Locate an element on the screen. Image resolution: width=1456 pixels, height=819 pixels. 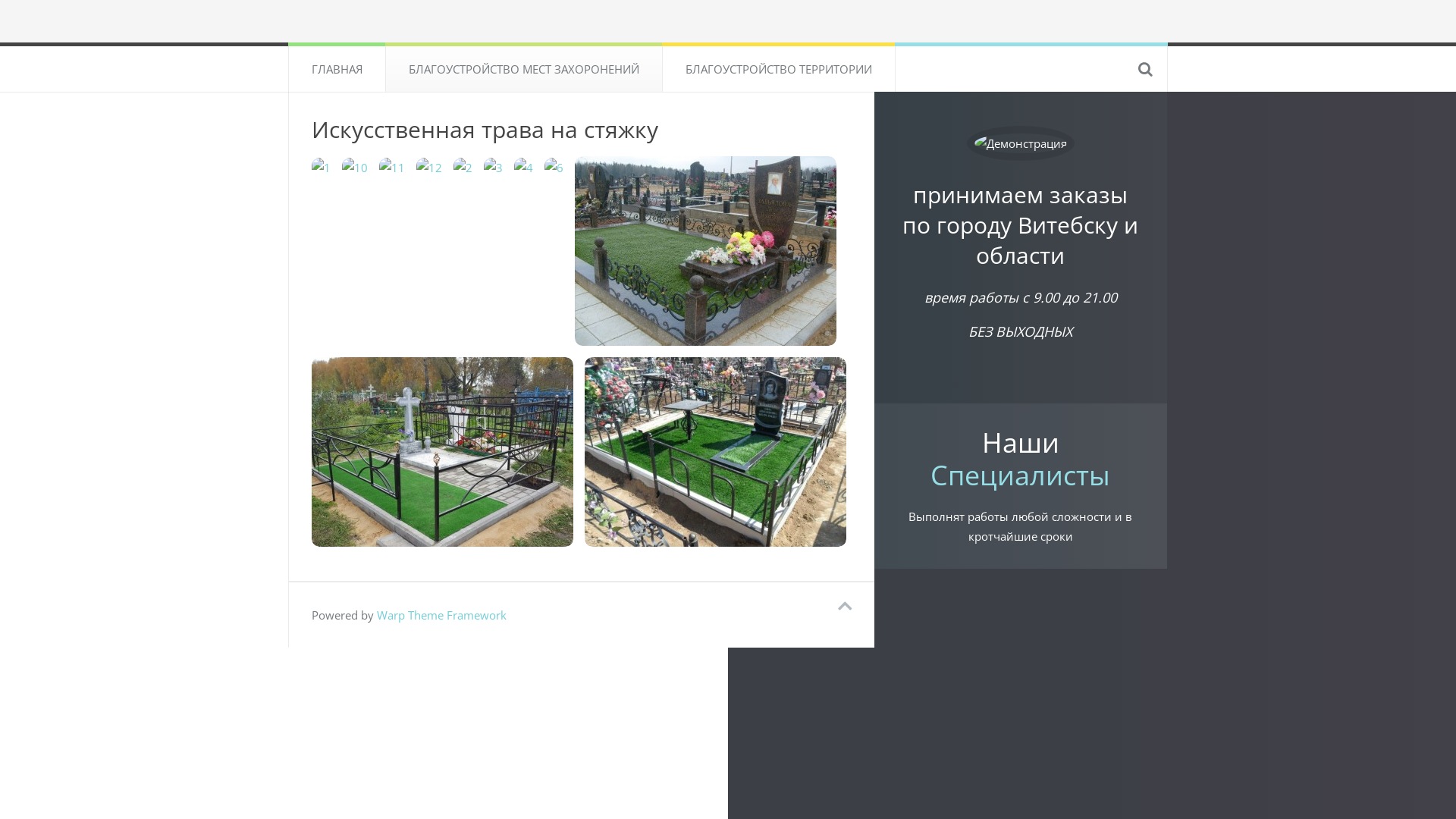
'11' is located at coordinates (392, 166).